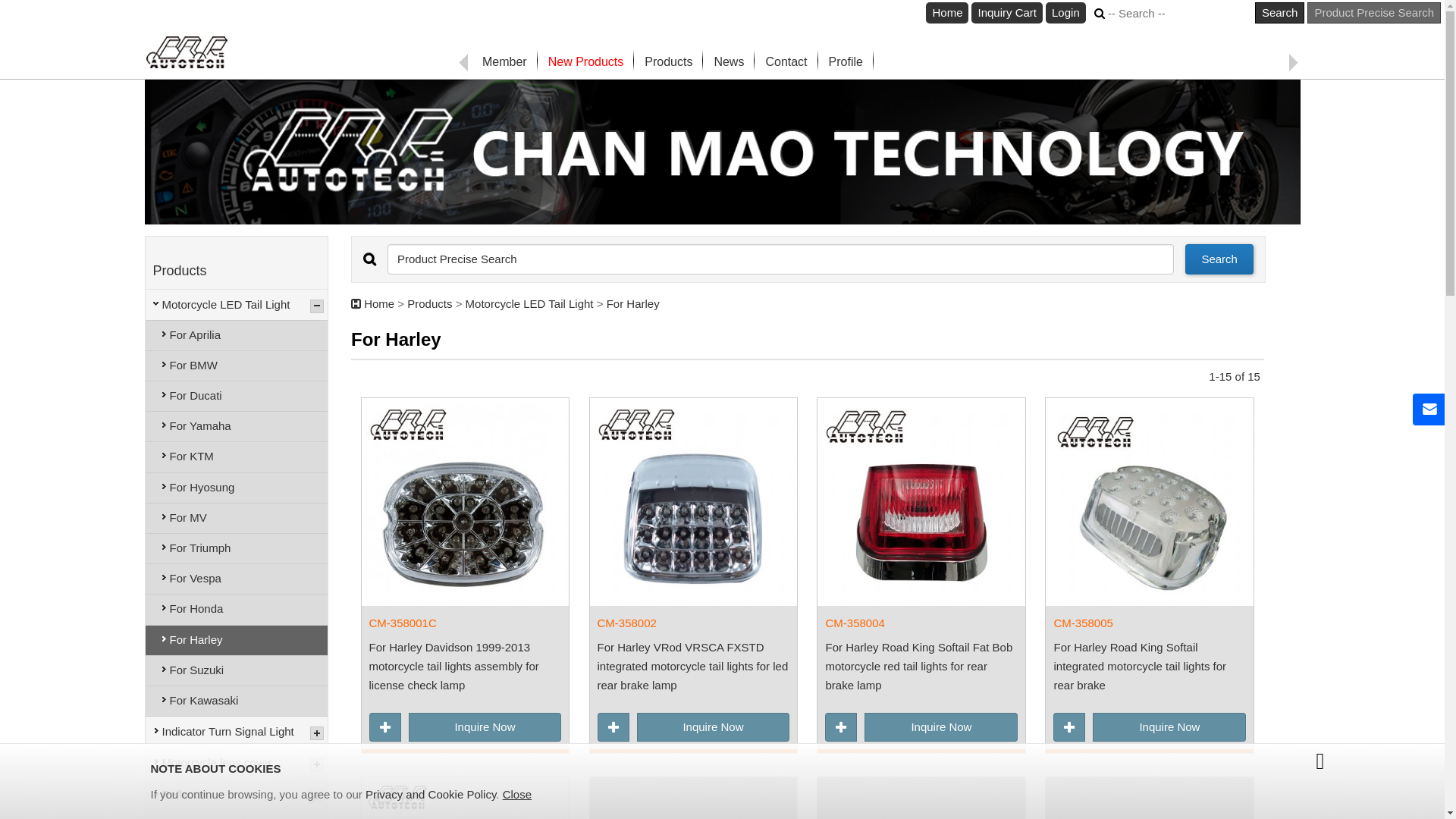 This screenshot has height=819, width=1456. What do you see at coordinates (146, 456) in the screenshot?
I see `'For KTM'` at bounding box center [146, 456].